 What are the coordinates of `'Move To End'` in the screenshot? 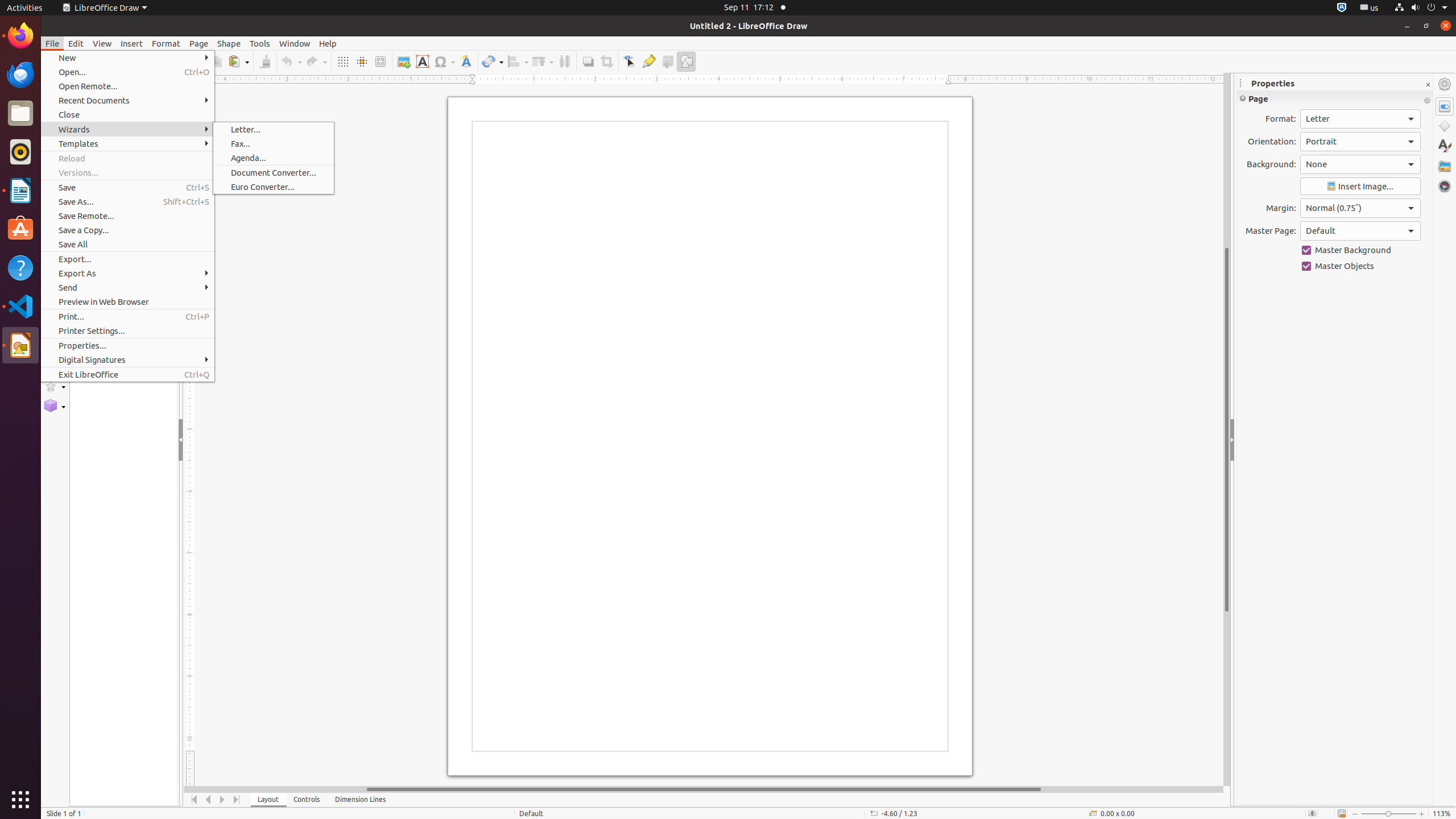 It's located at (236, 799).